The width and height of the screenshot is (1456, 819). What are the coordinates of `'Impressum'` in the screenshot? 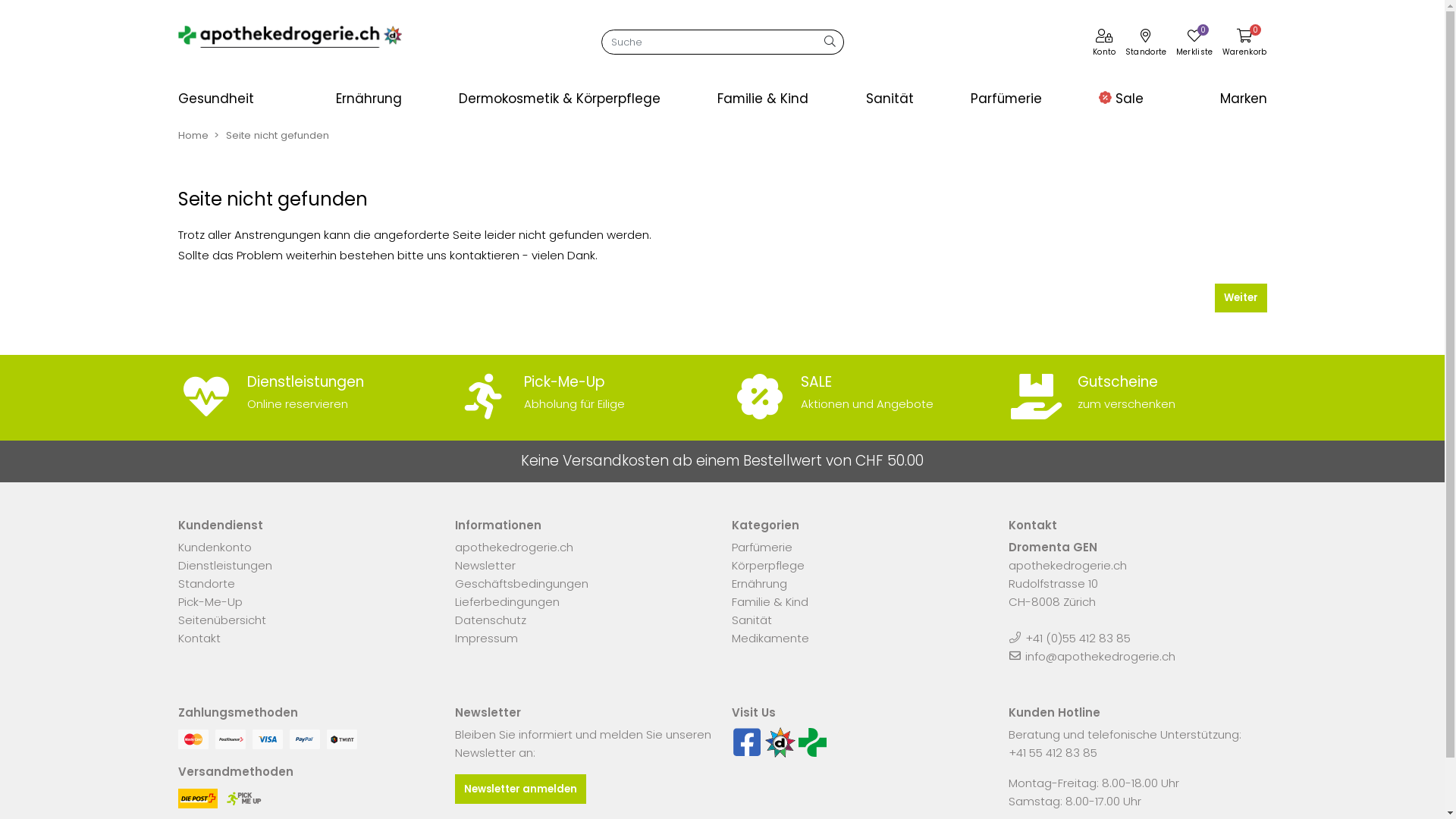 It's located at (454, 638).